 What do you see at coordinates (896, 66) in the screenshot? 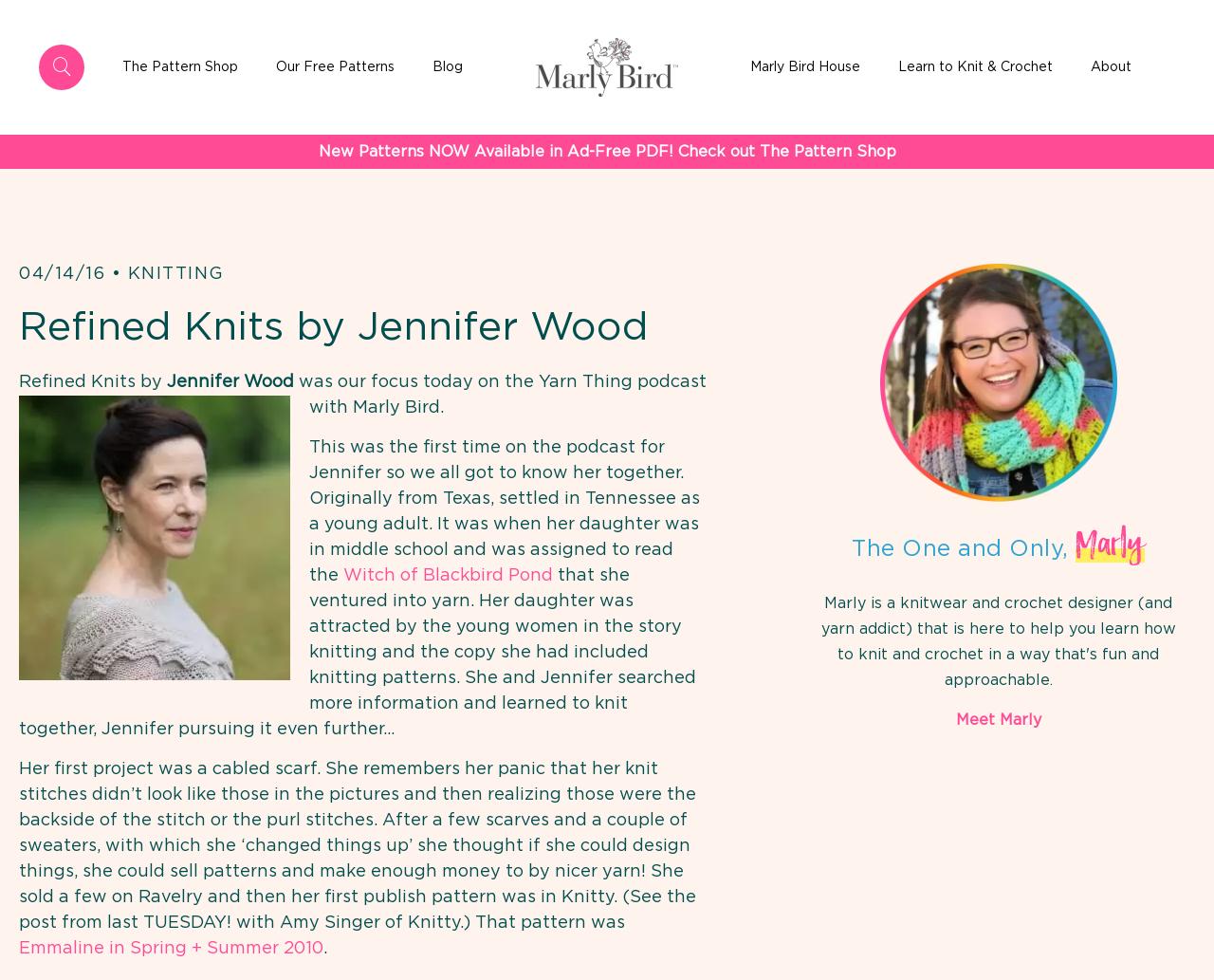
I see `'Learn to Knit & Crochet'` at bounding box center [896, 66].